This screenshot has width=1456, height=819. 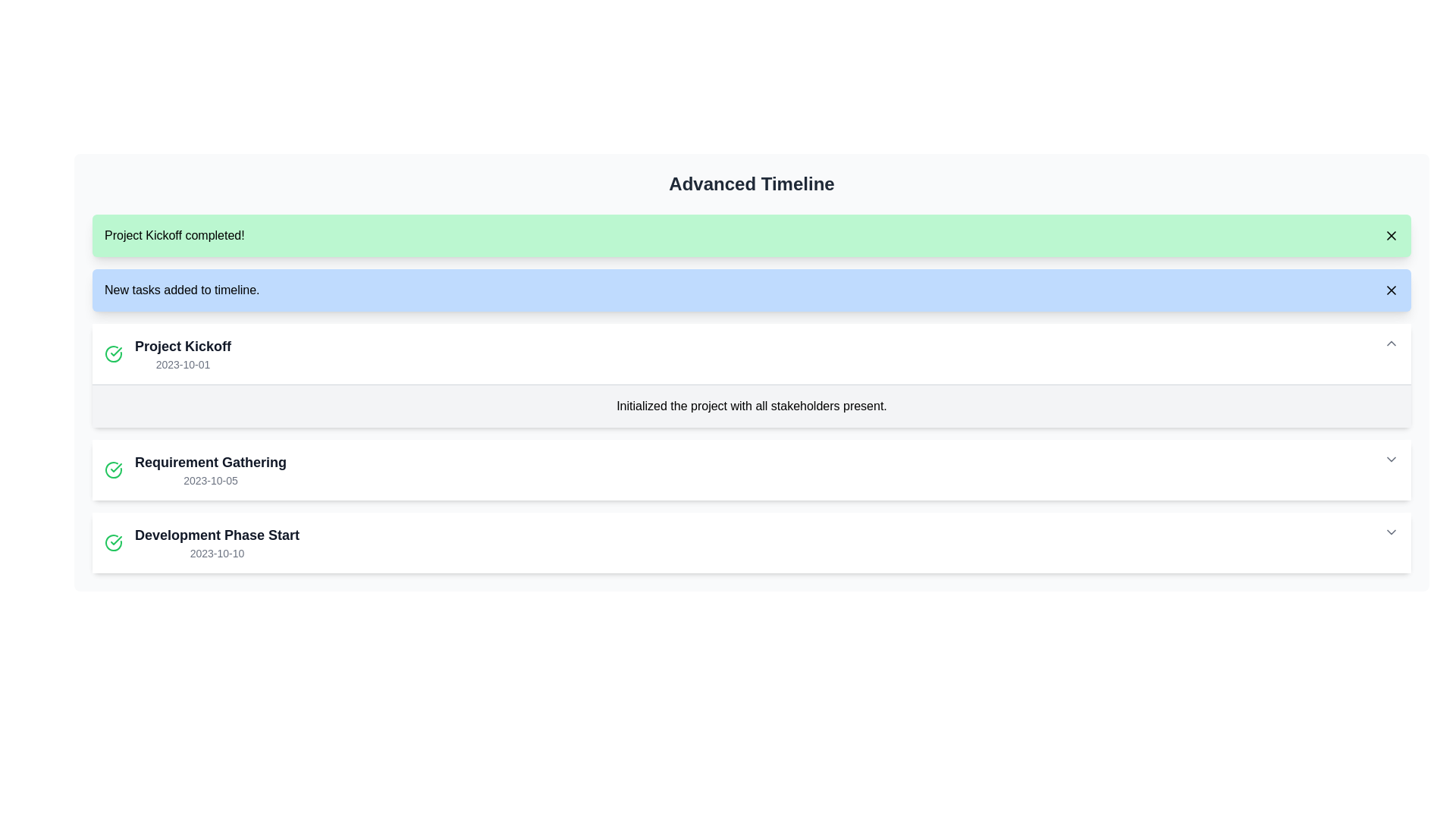 I want to click on the static text label displaying the date '2023-10-05', which is positioned under the title 'Requirement Gathering' in the timeline section, so click(x=210, y=480).